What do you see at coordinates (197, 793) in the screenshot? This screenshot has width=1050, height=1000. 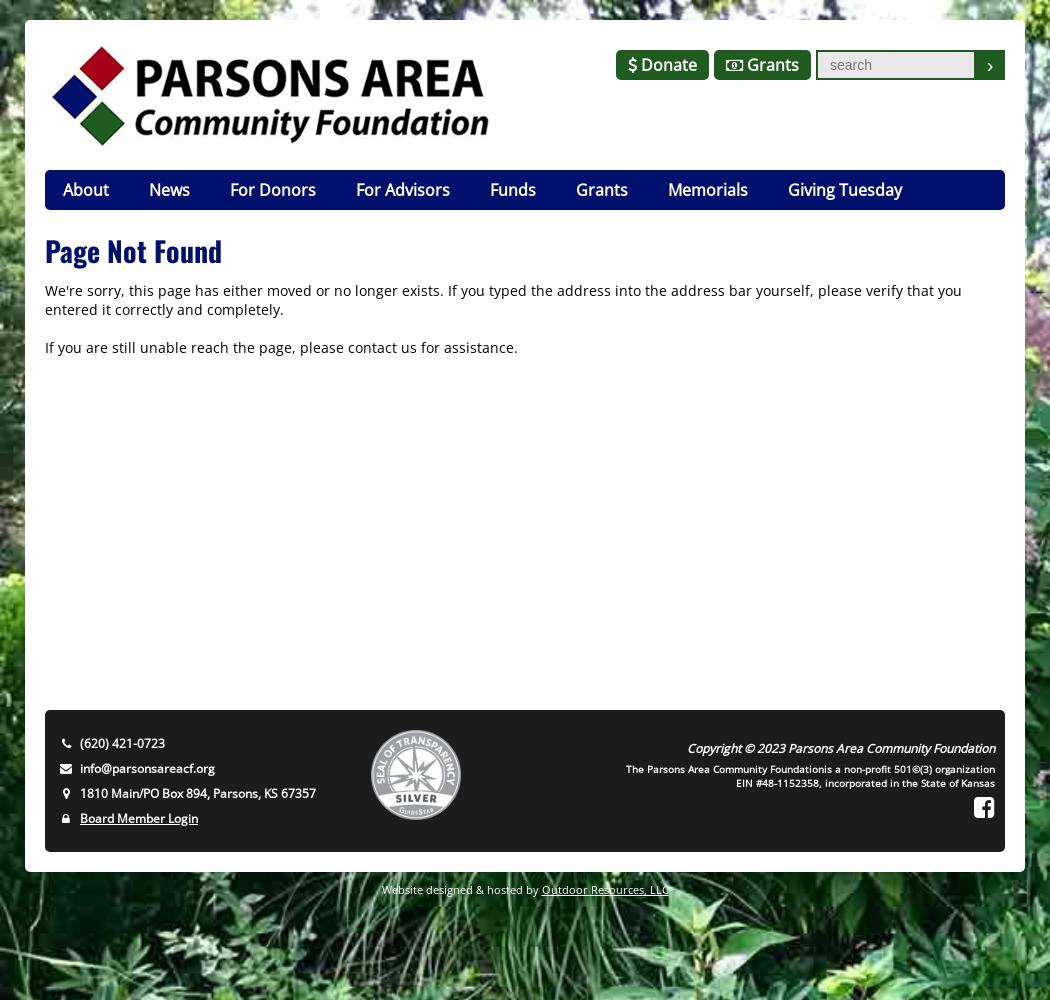 I see `'1810 Main/PO Box 894, Parsons, KS 67357'` at bounding box center [197, 793].